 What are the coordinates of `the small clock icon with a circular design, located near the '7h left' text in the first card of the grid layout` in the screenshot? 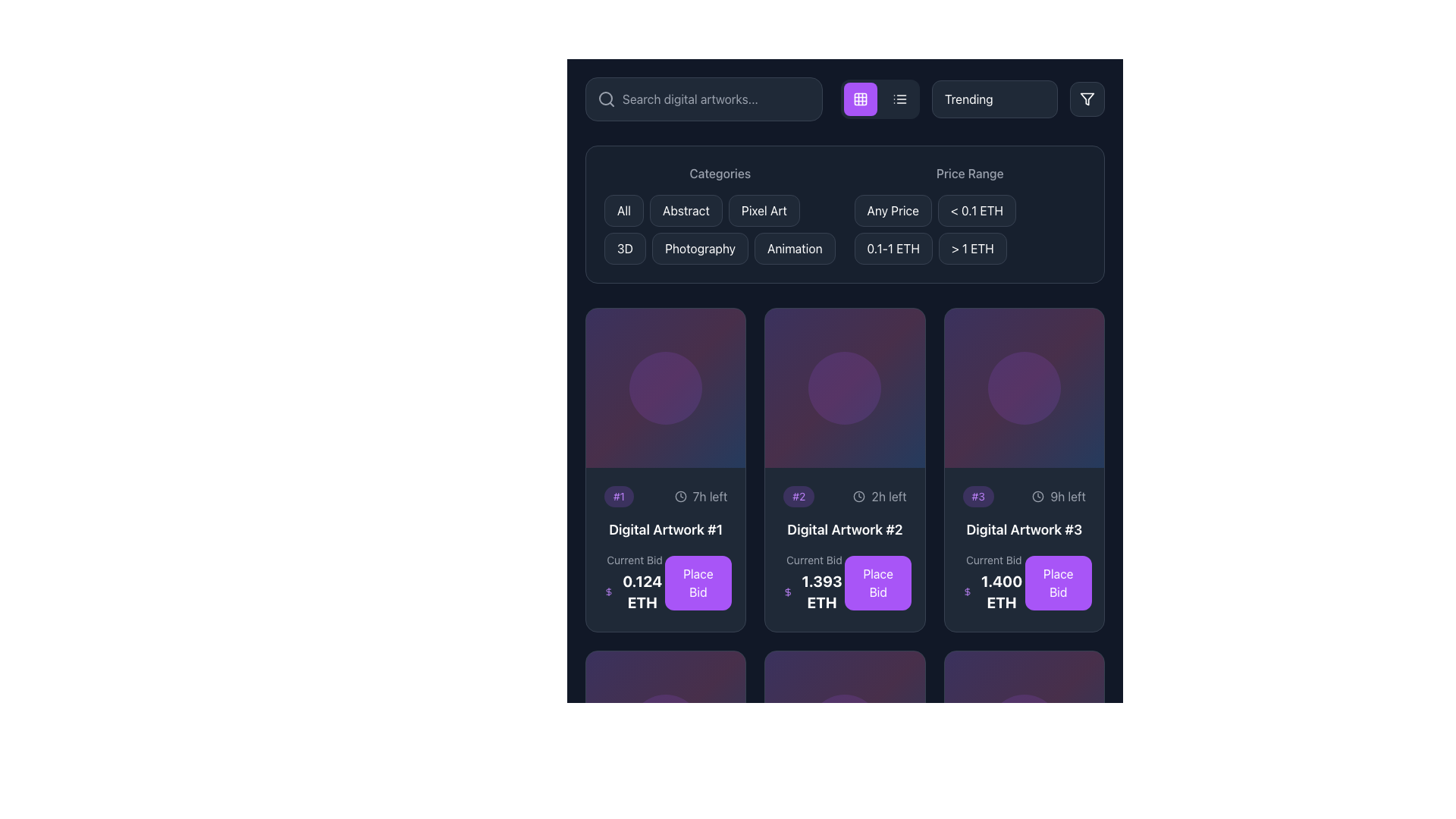 It's located at (679, 497).